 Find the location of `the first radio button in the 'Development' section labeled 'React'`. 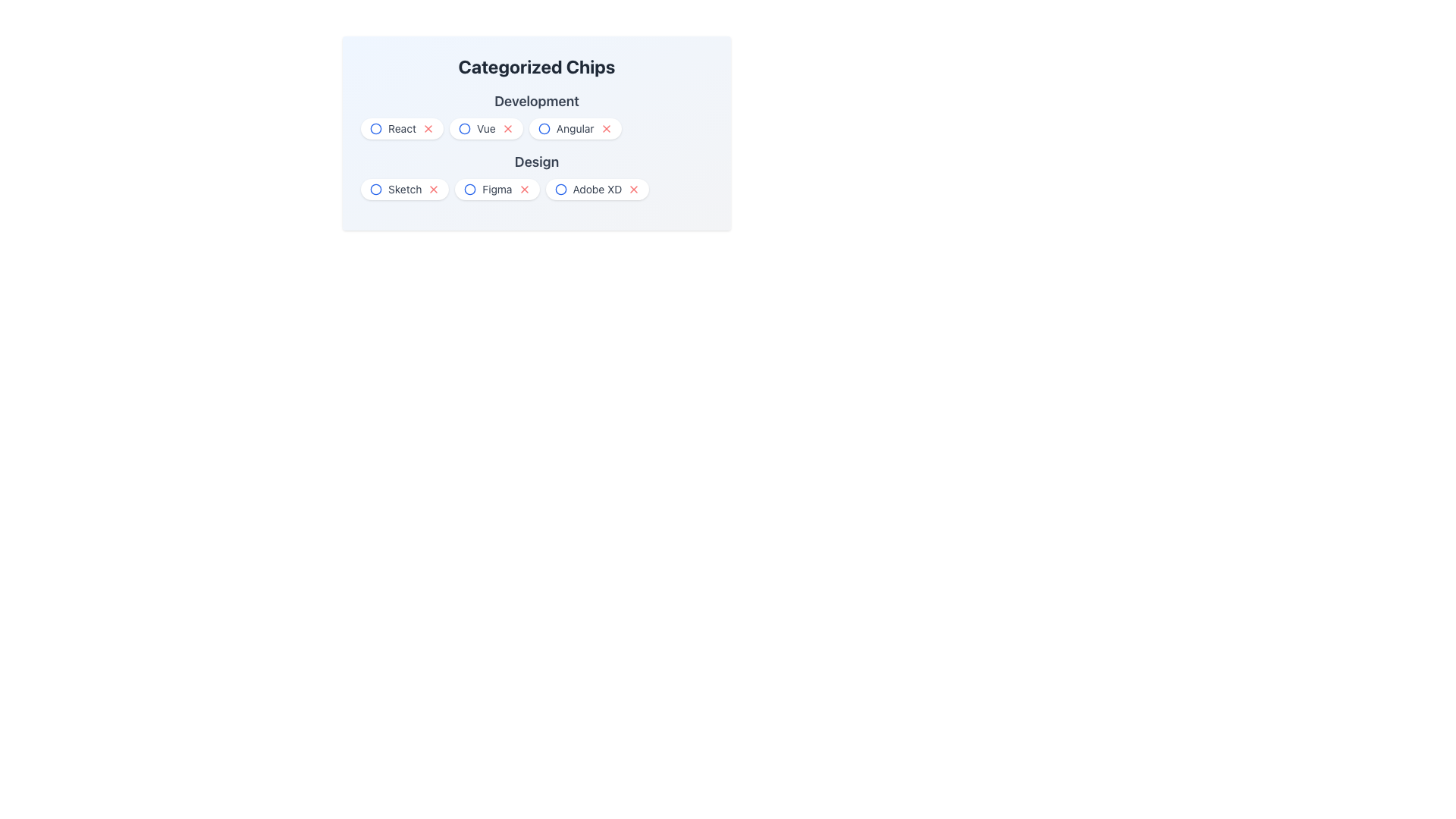

the first radio button in the 'Development' section labeled 'React' is located at coordinates (375, 127).